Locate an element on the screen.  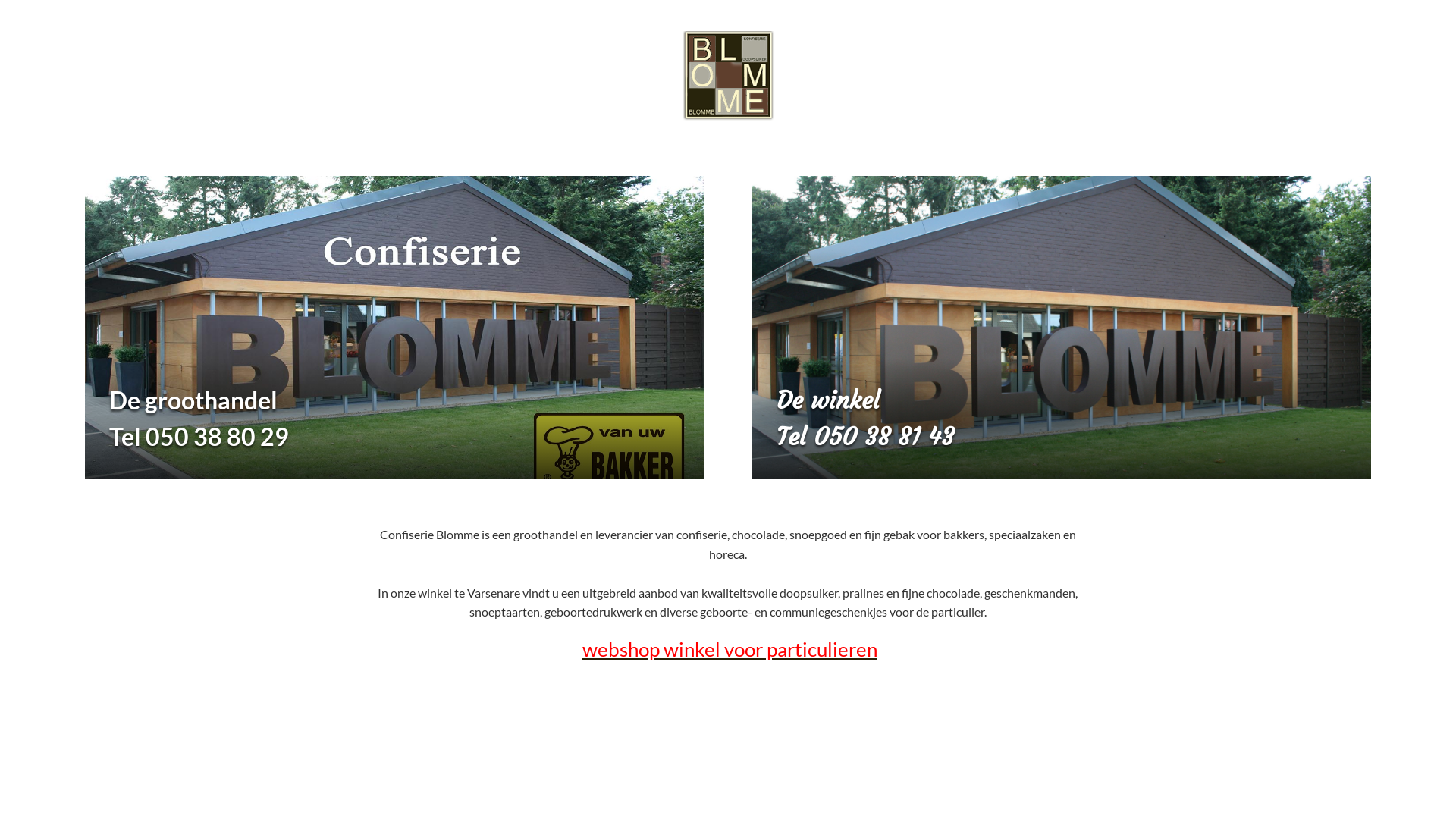
'webshop winkel voor particulieren' is located at coordinates (730, 648).